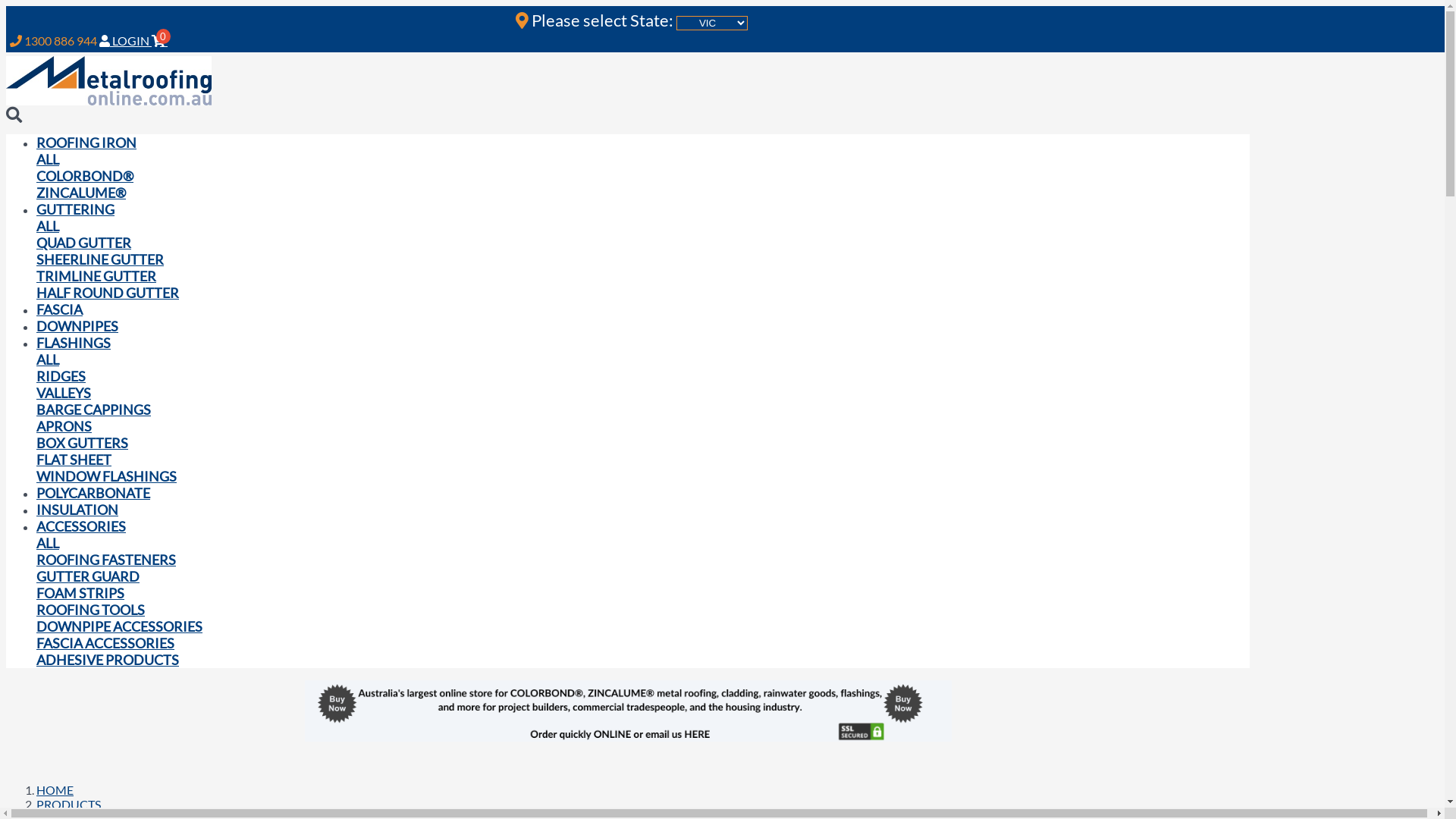 The image size is (1456, 819). I want to click on 'GUTTERING', so click(36, 209).